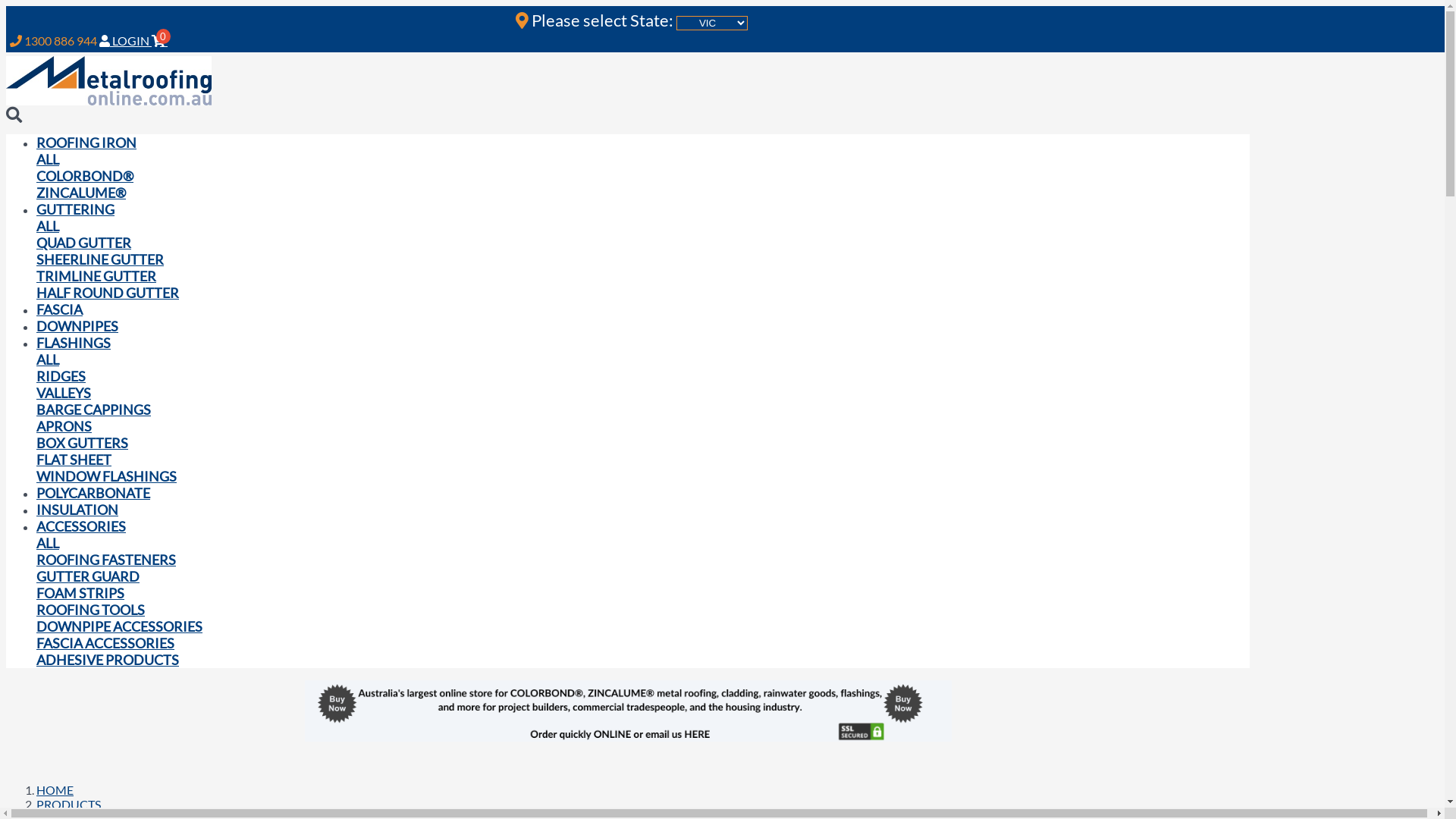 The image size is (1456, 819). I want to click on 'GUTTERING', so click(36, 209).